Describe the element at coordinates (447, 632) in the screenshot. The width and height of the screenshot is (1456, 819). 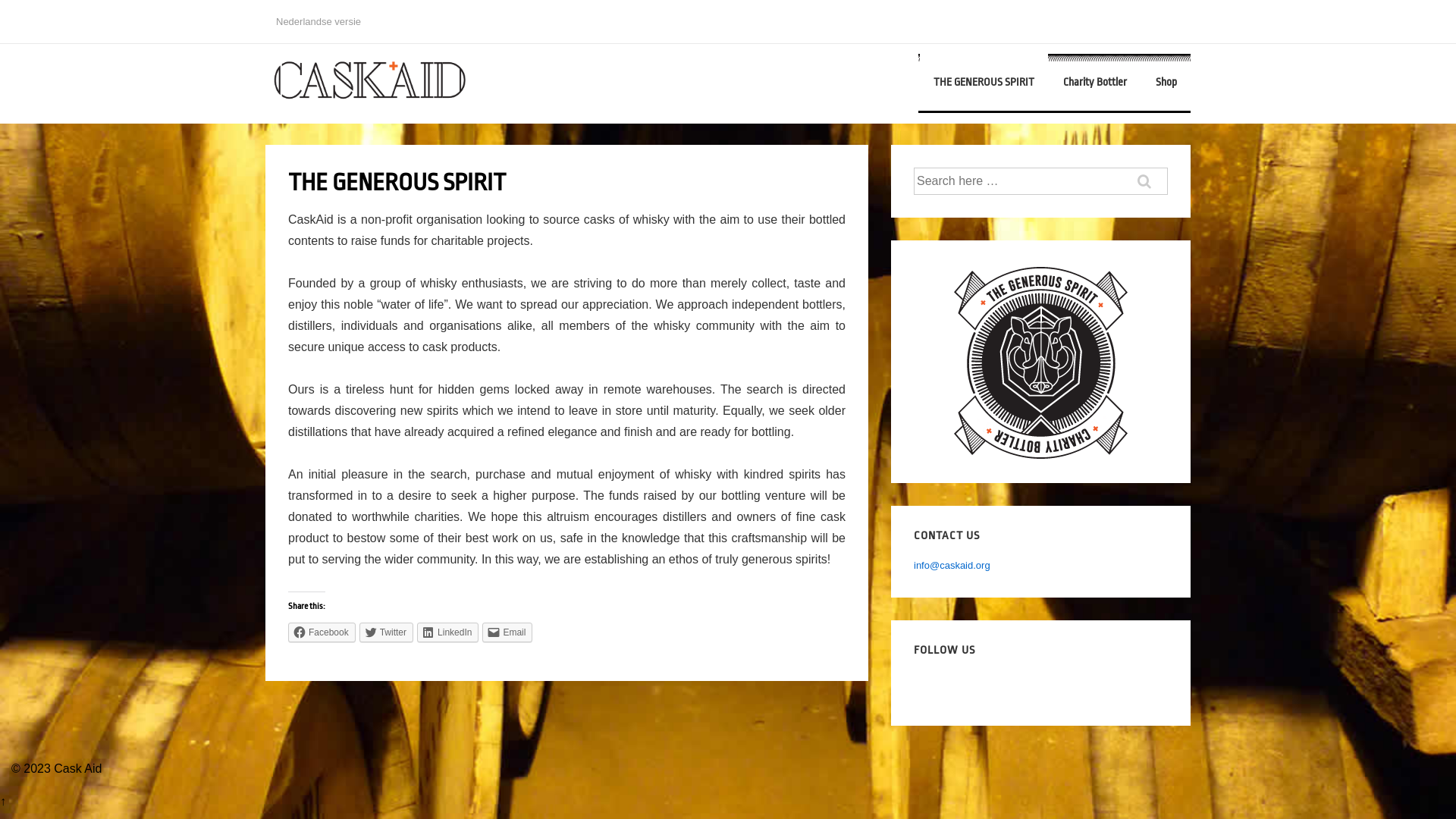
I see `'LinkedIn'` at that location.